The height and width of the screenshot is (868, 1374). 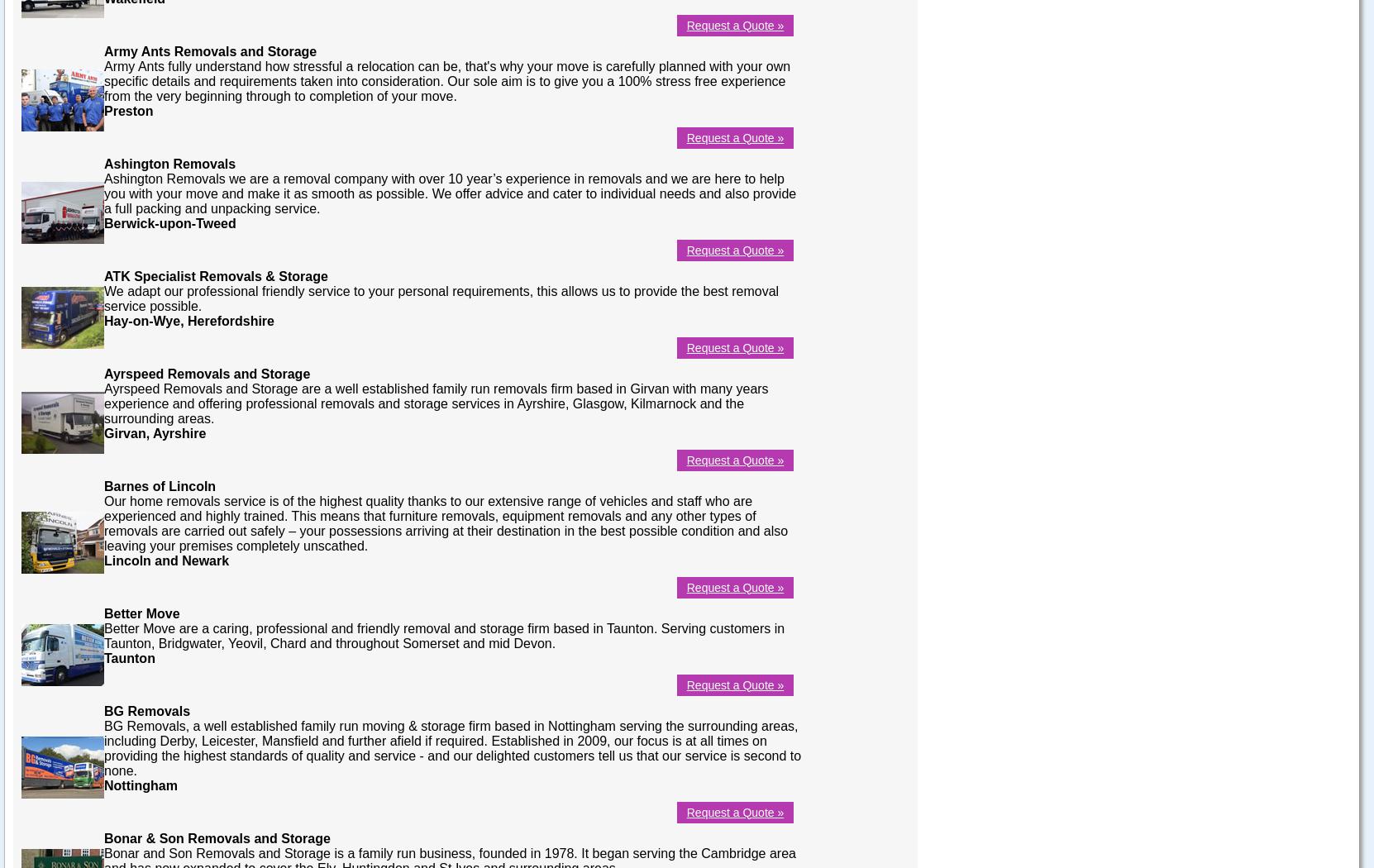 I want to click on 'We adapt our professional friendly service to your personal requirements, this allows us to provide the best removal service possible.', so click(x=103, y=297).